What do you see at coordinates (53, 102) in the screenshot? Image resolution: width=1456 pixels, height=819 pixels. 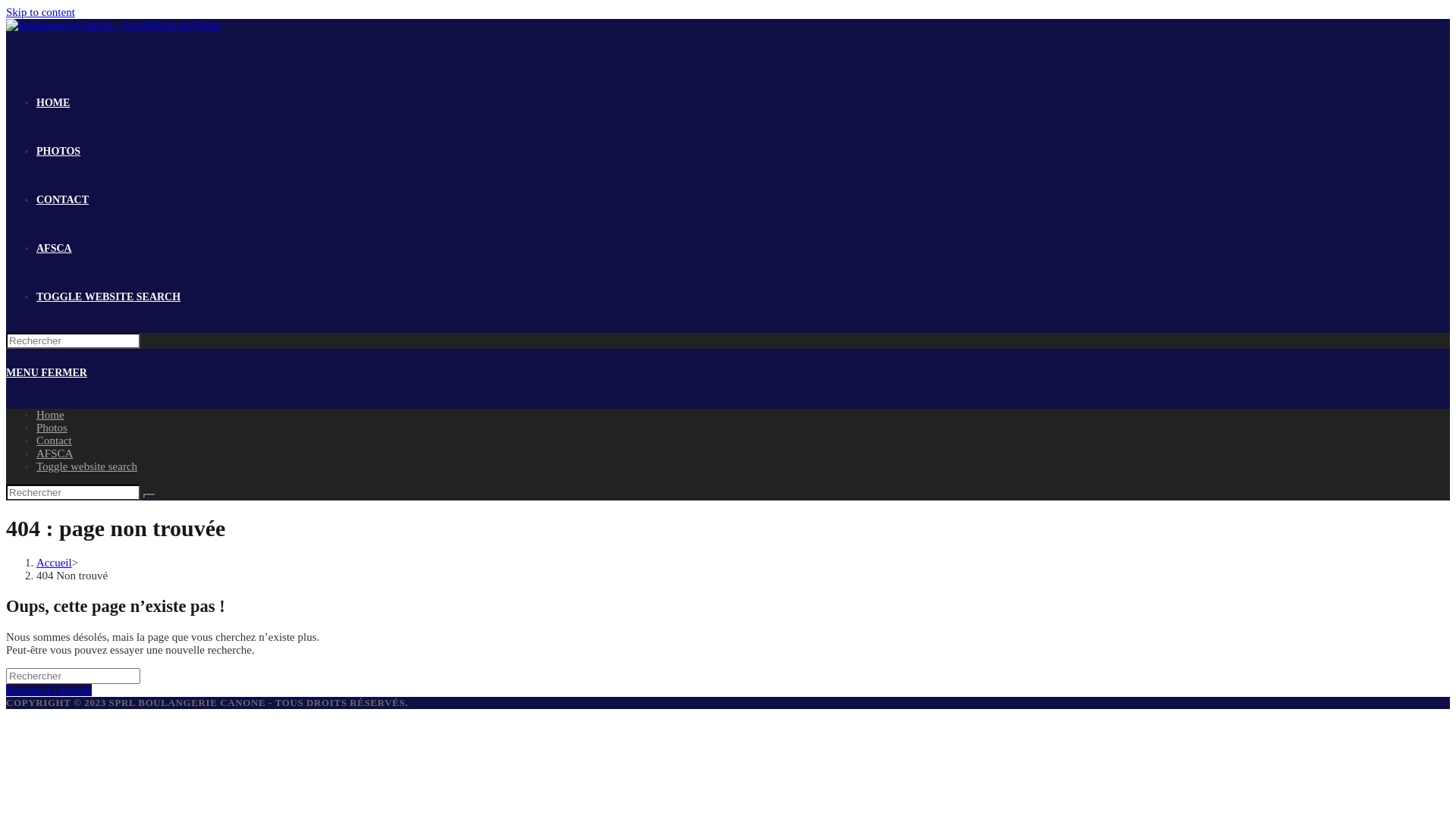 I see `'HOME'` at bounding box center [53, 102].